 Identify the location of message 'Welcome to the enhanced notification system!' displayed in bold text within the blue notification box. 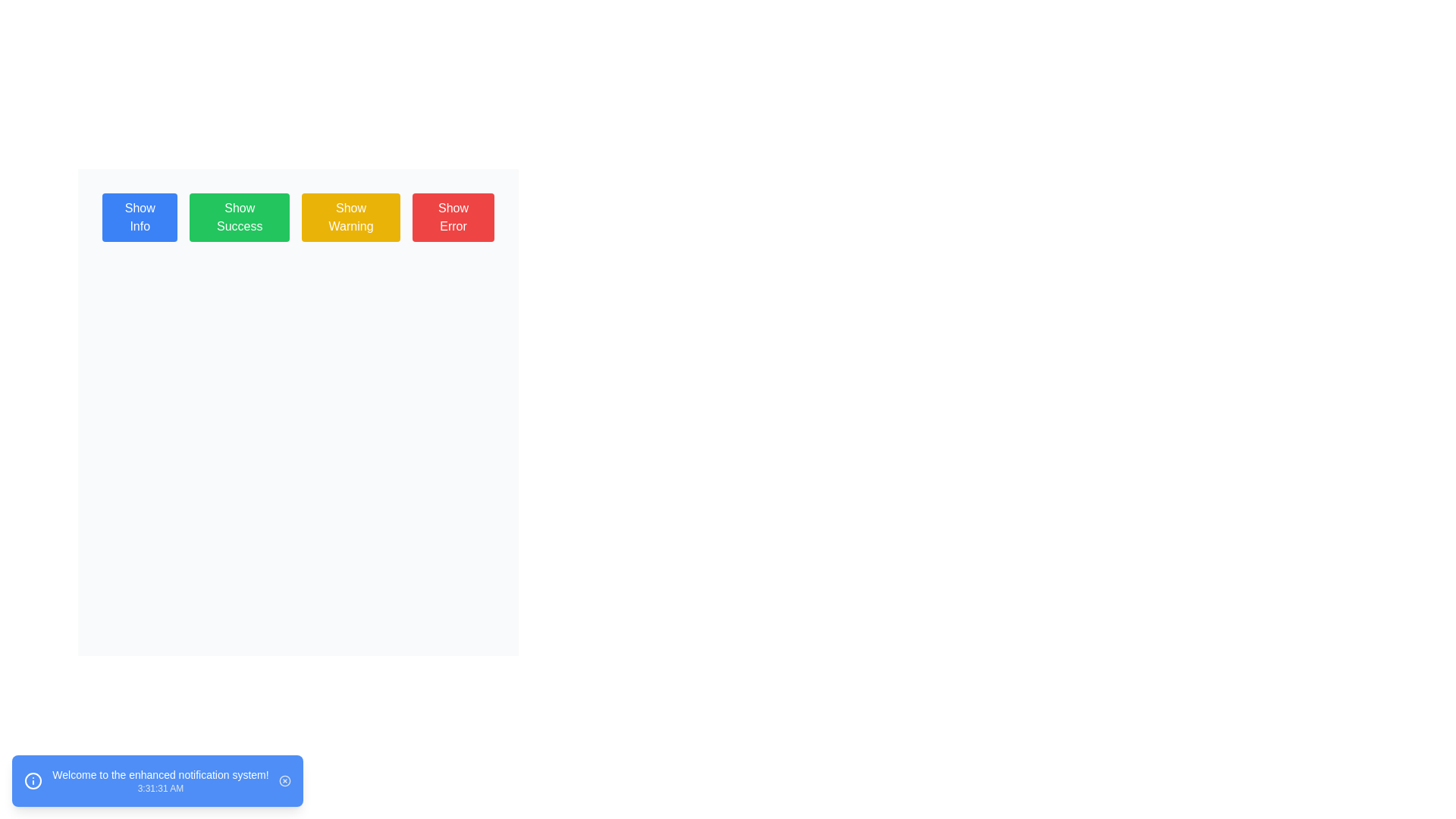
(160, 775).